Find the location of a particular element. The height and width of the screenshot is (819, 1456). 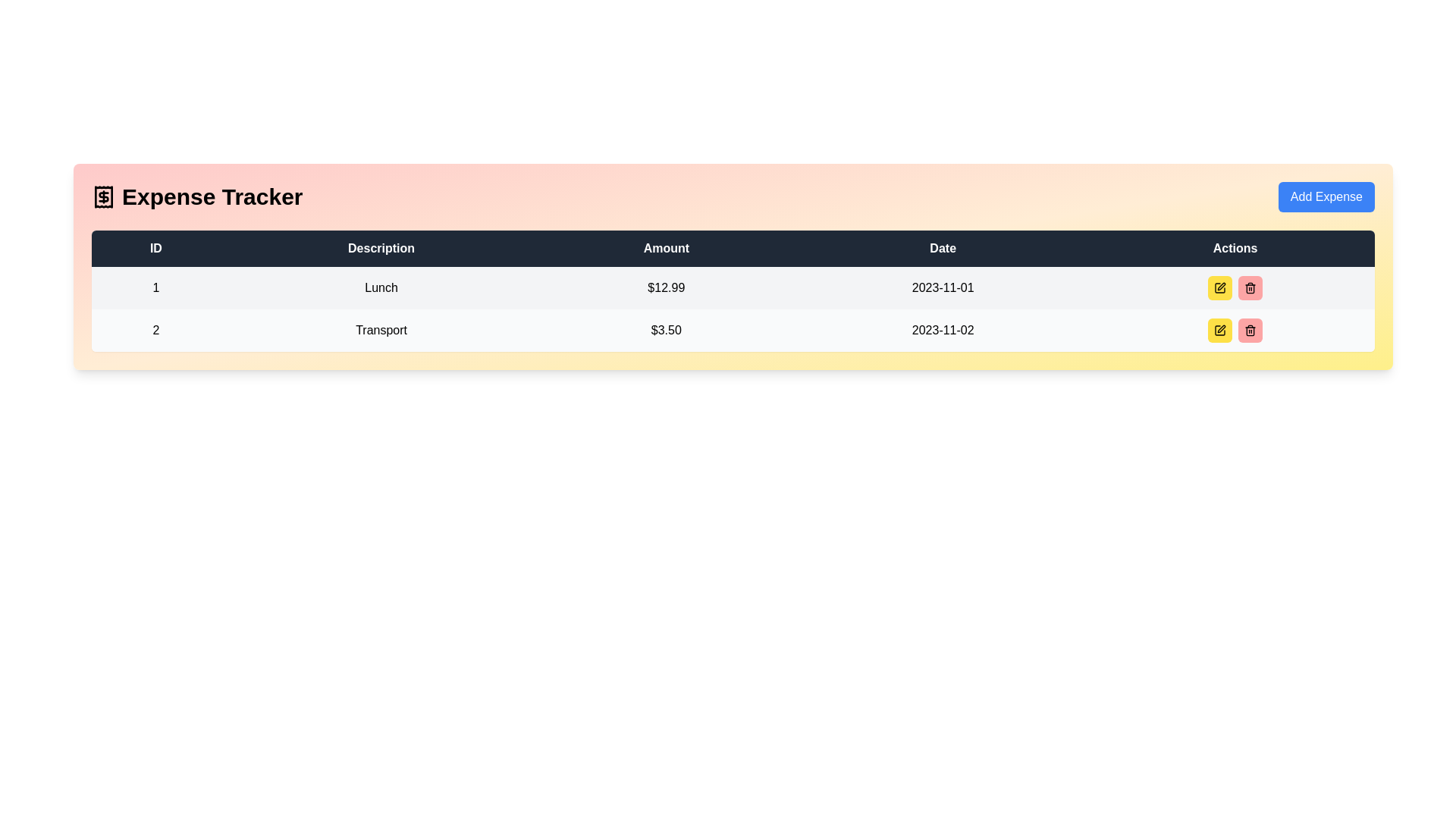

the yellow edit button within the 'Actions' column of the table for the entry described as 'Lunch' with an amount of '$12.99' is located at coordinates (1235, 288).